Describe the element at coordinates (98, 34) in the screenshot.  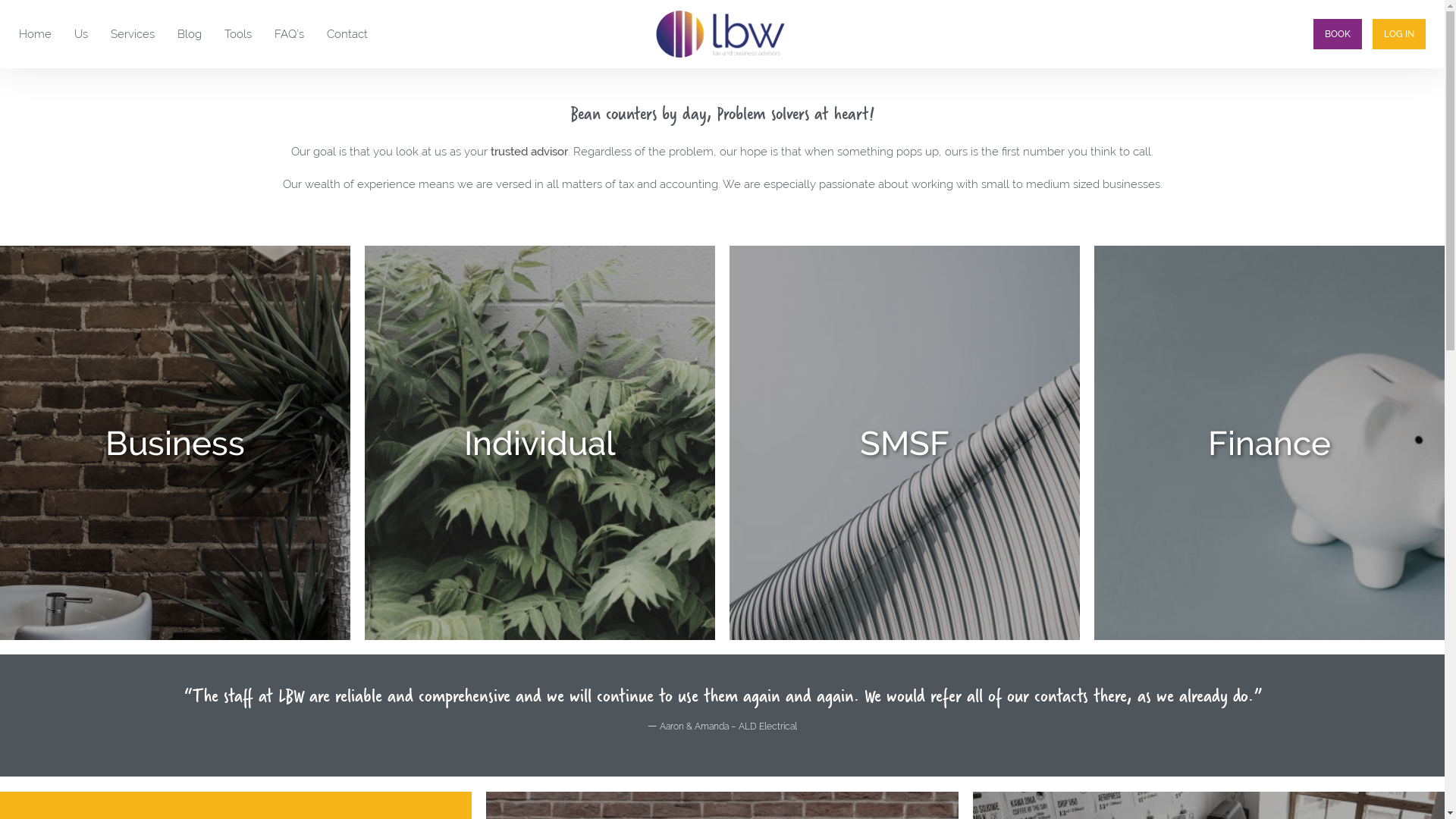
I see `'Services'` at that location.